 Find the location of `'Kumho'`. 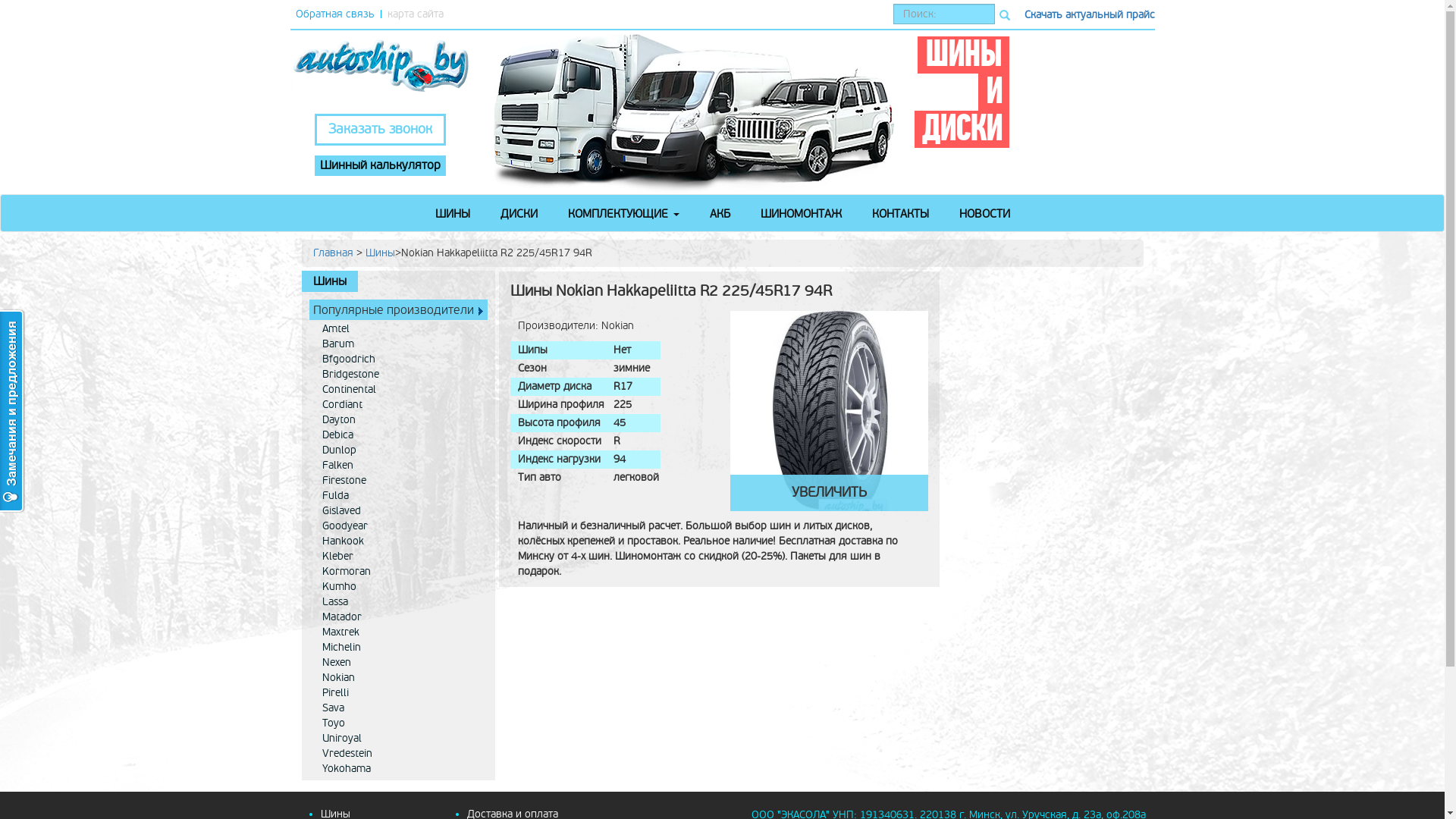

'Kumho' is located at coordinates (400, 586).